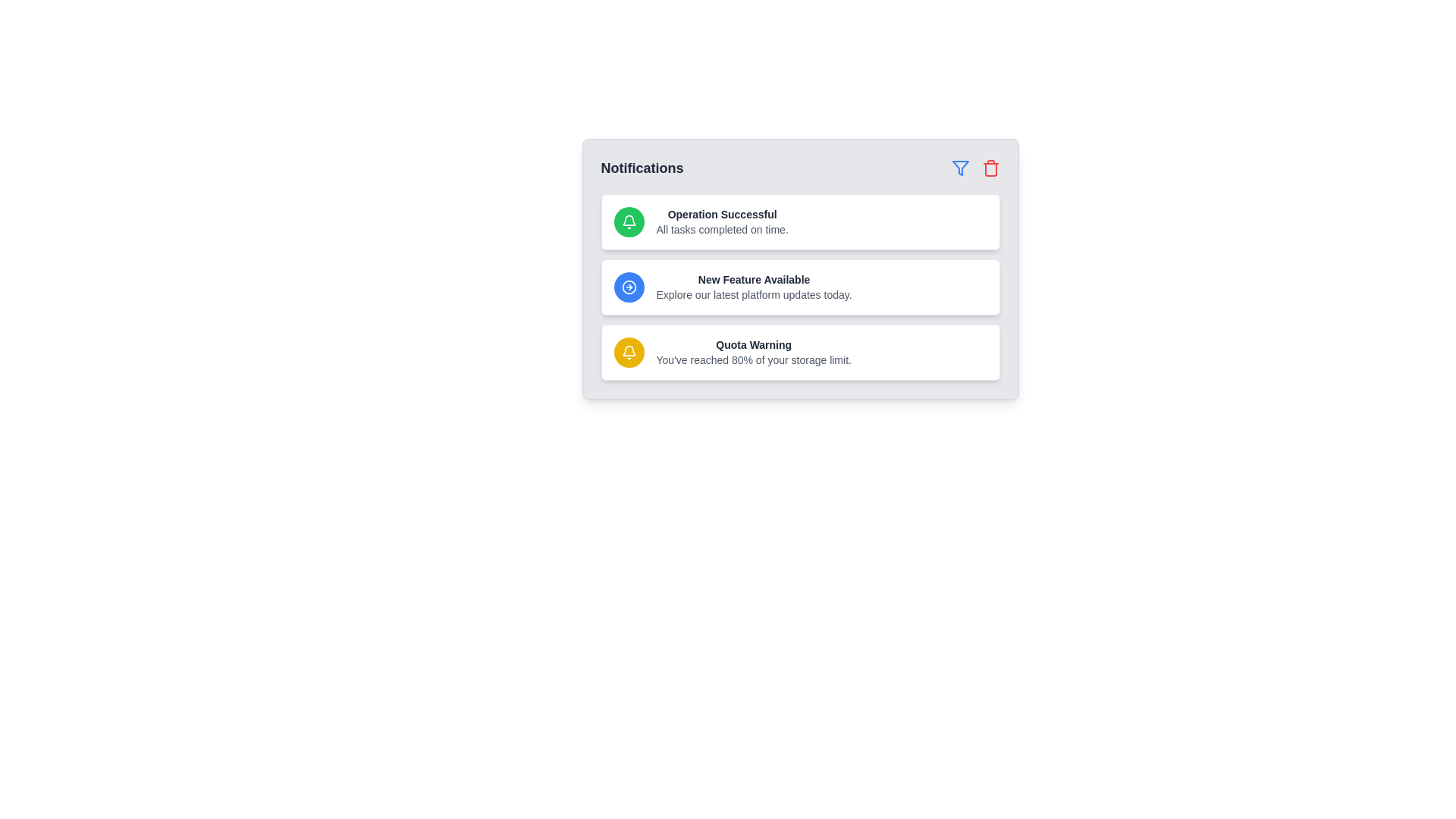 This screenshot has height=819, width=1456. What do you see at coordinates (721, 230) in the screenshot?
I see `the Text Label providing additional detail for the notification titled 'Operation Successful', located directly below the title within the first notification block of the vertically listed notifications panel` at bounding box center [721, 230].